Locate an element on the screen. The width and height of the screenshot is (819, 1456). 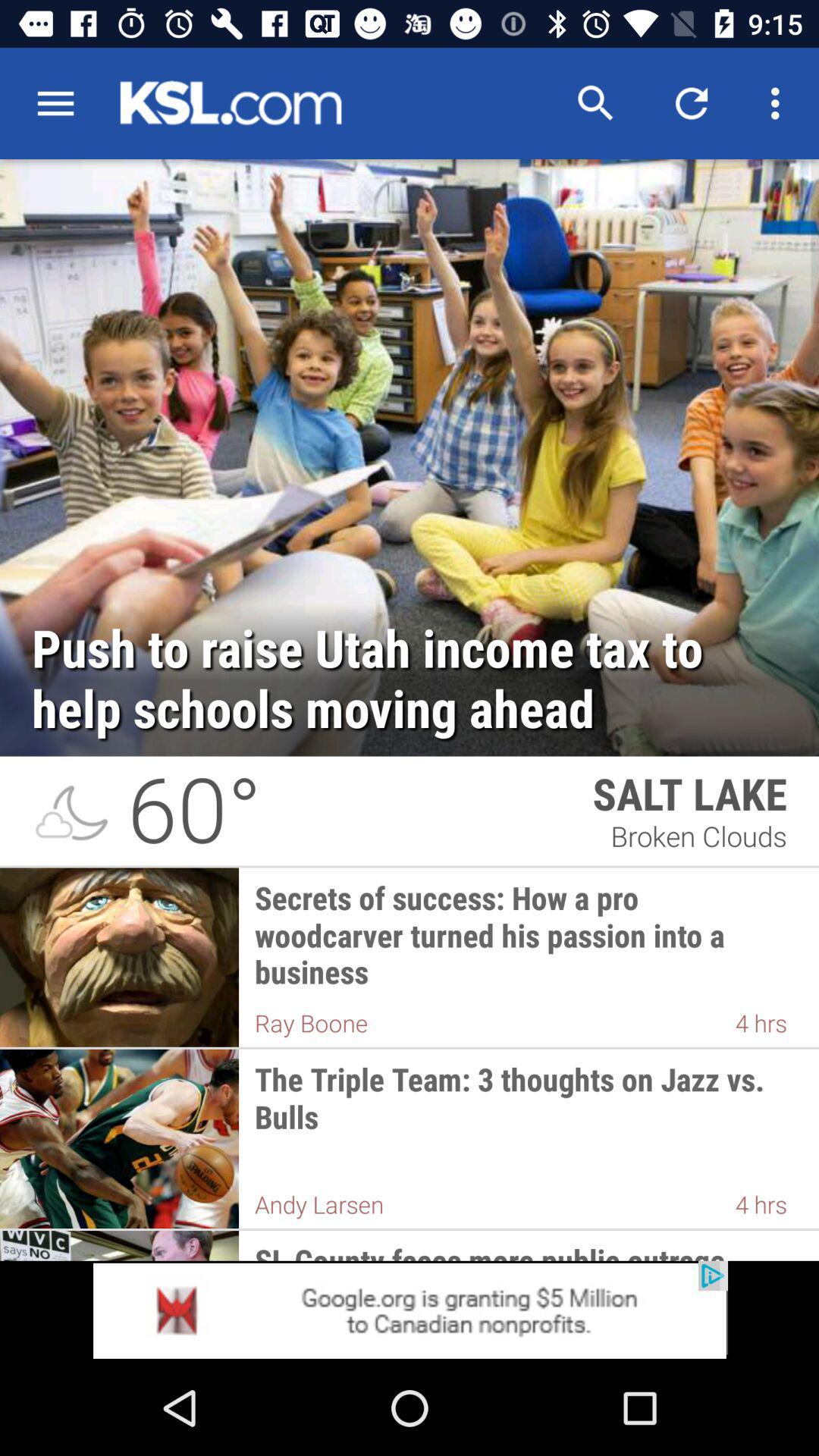
the advertising website is located at coordinates (409, 1310).